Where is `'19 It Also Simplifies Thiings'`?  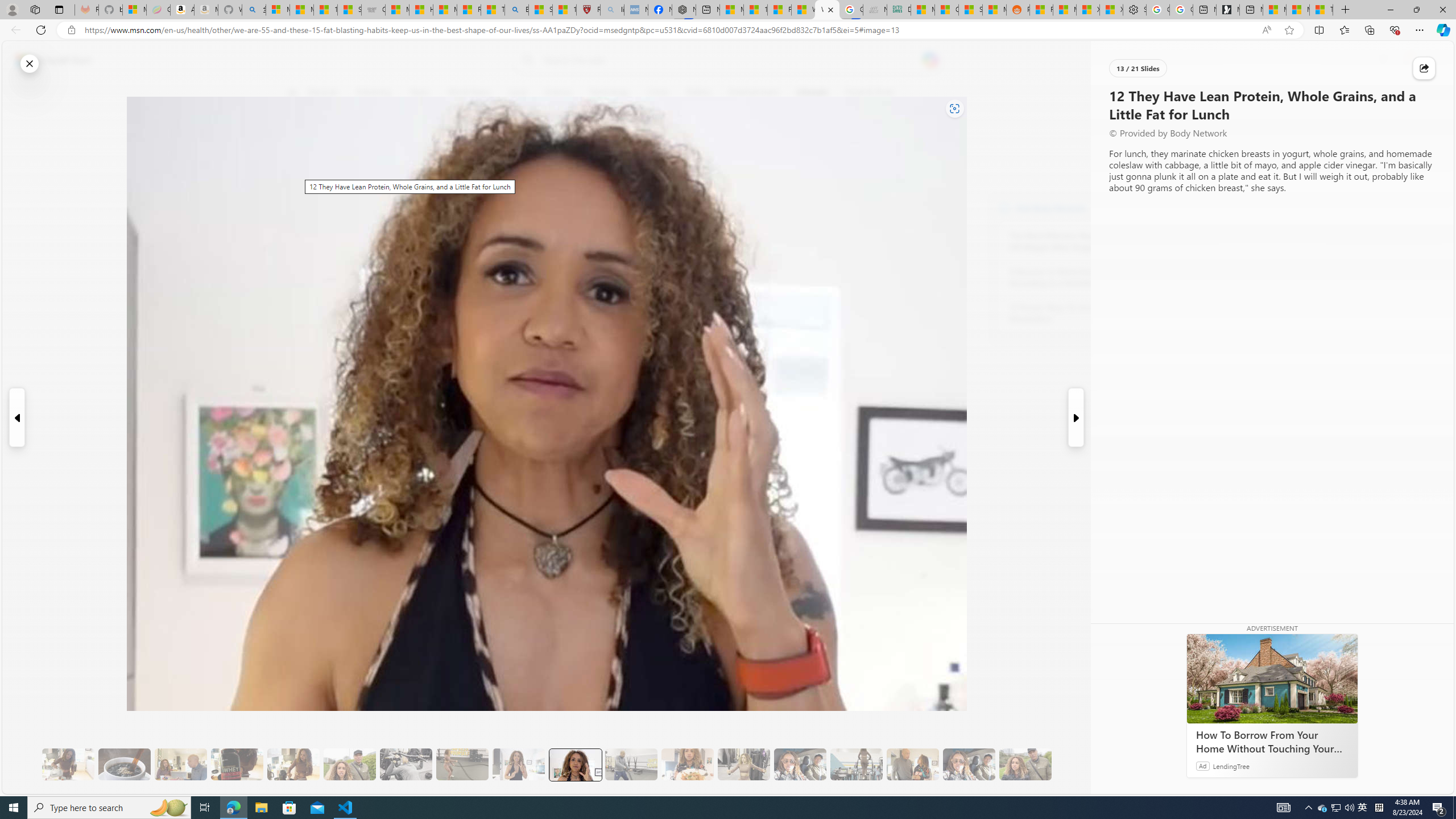
'19 It Also Simplifies Thiings' is located at coordinates (969, 764).